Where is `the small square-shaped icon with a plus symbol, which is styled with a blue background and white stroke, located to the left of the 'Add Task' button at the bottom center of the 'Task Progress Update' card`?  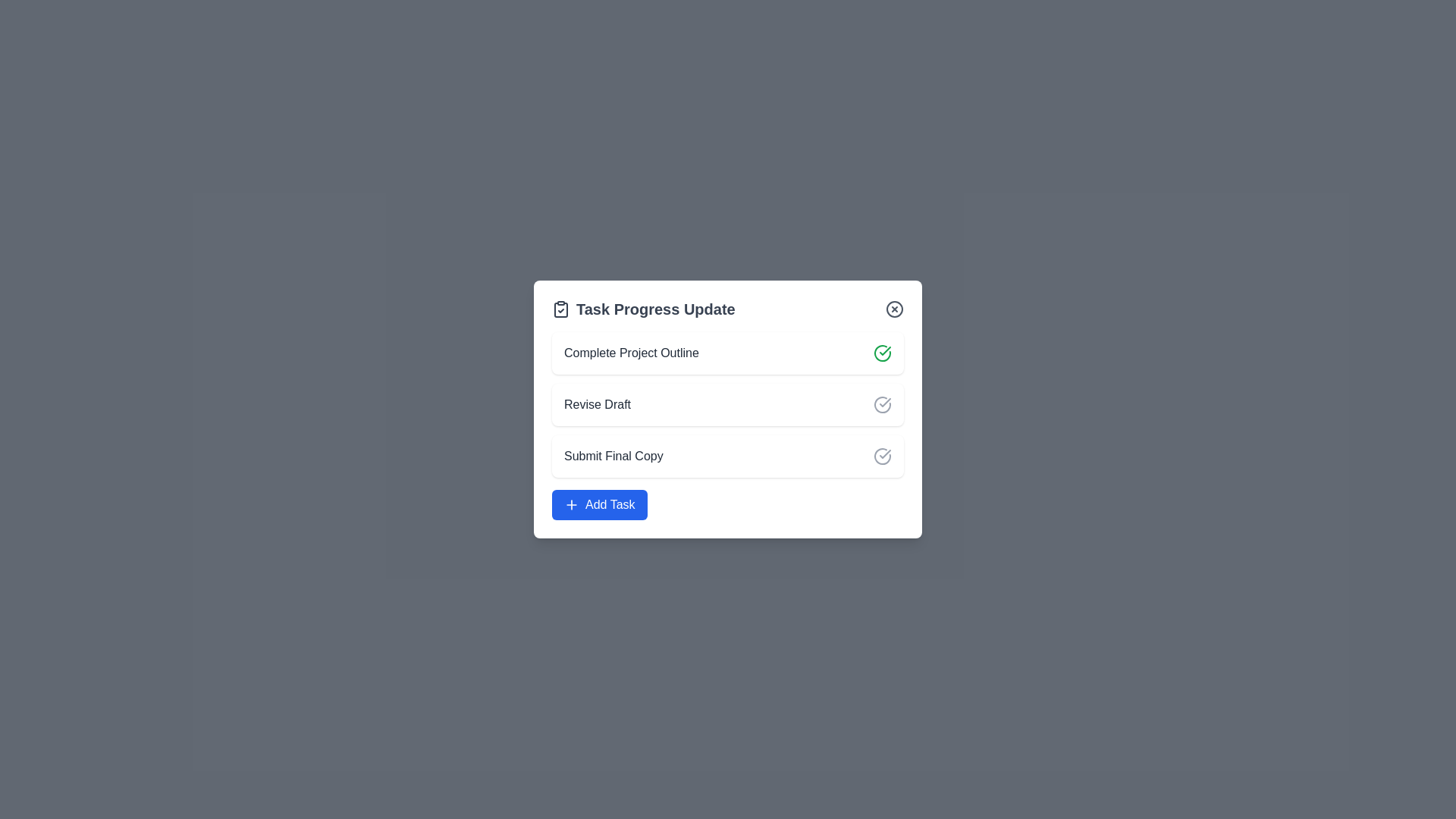 the small square-shaped icon with a plus symbol, which is styled with a blue background and white stroke, located to the left of the 'Add Task' button at the bottom center of the 'Task Progress Update' card is located at coordinates (570, 505).